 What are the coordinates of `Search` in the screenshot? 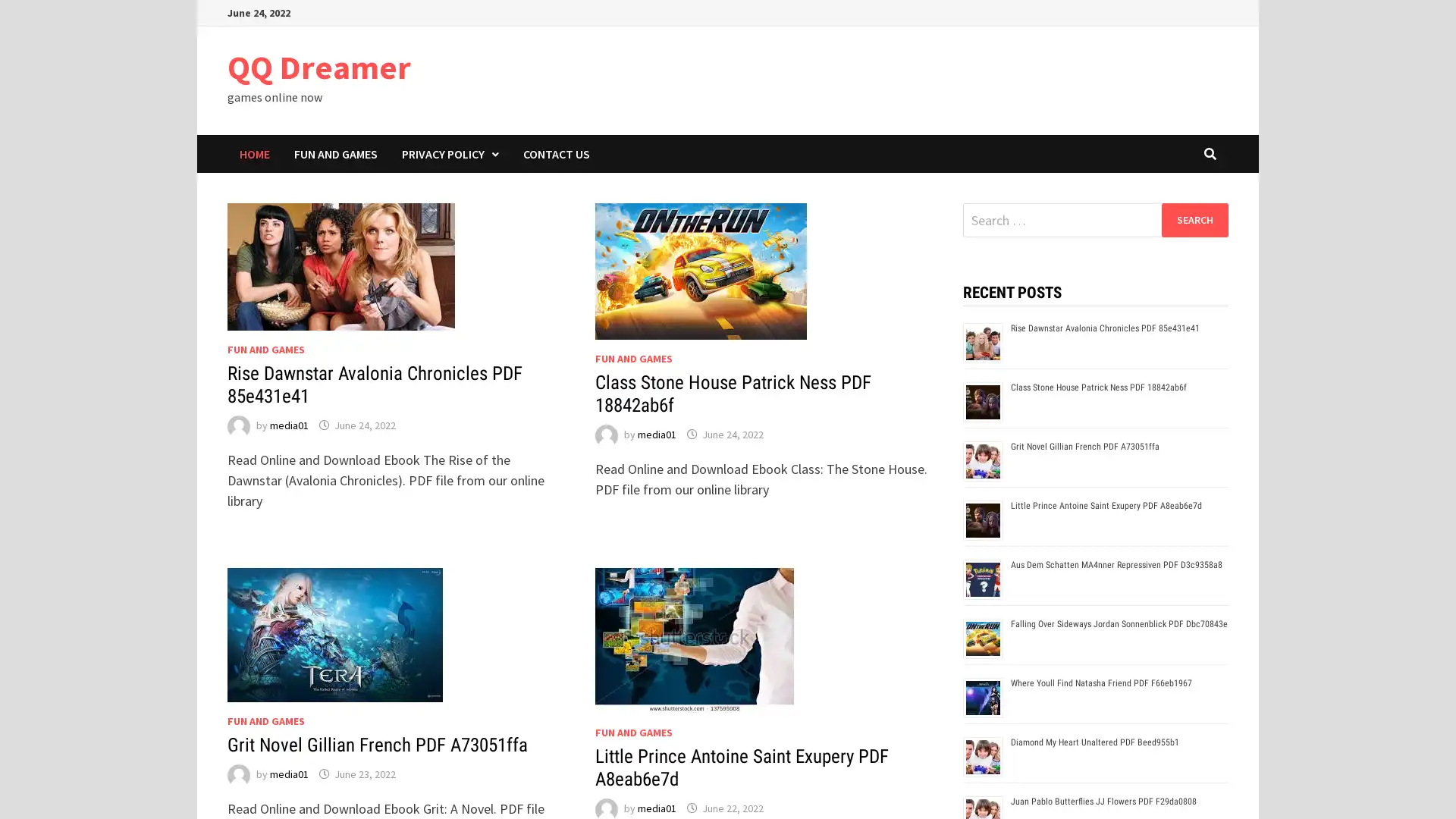 It's located at (1194, 219).